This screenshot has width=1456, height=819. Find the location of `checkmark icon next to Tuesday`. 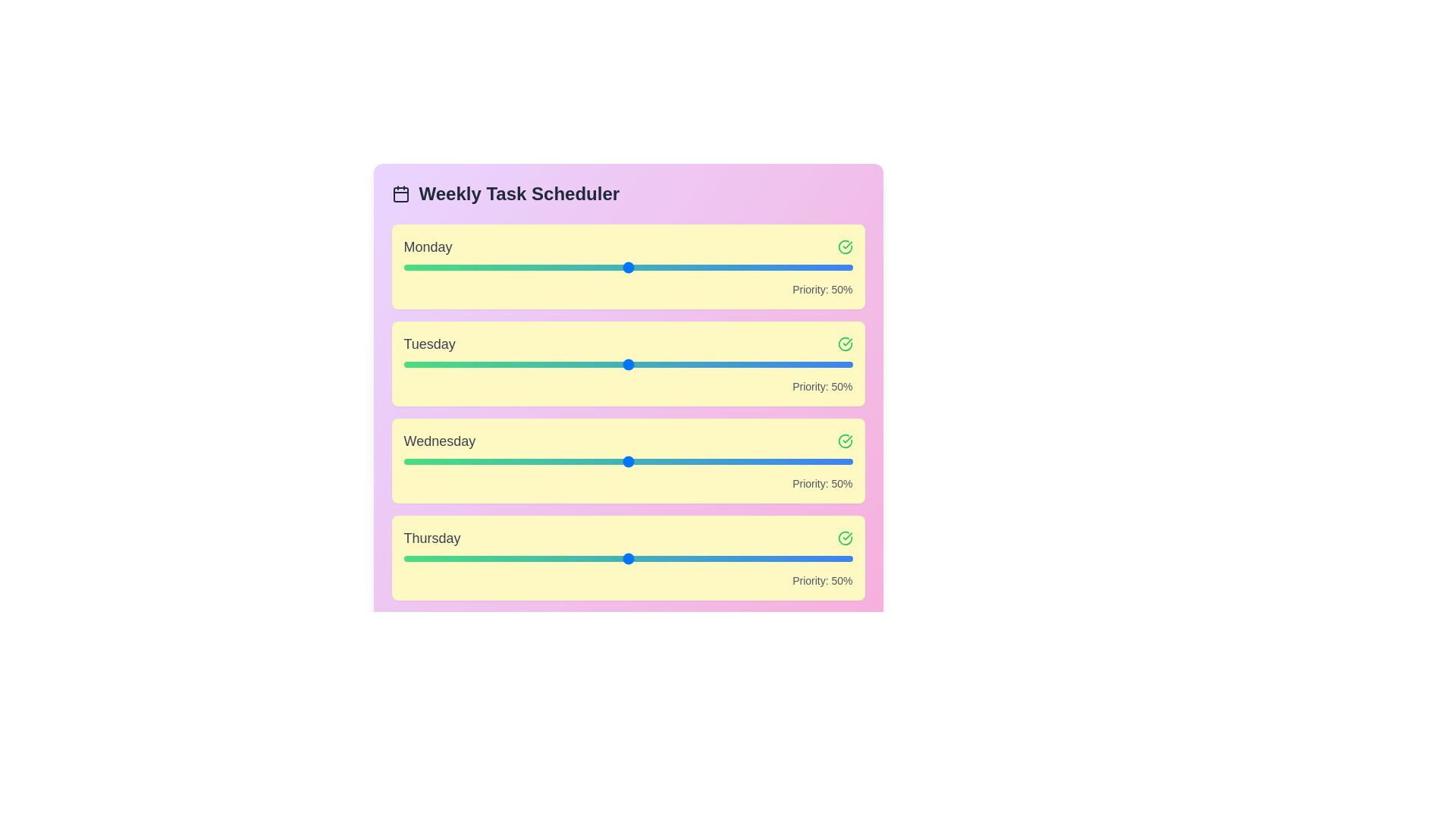

checkmark icon next to Tuesday is located at coordinates (844, 344).